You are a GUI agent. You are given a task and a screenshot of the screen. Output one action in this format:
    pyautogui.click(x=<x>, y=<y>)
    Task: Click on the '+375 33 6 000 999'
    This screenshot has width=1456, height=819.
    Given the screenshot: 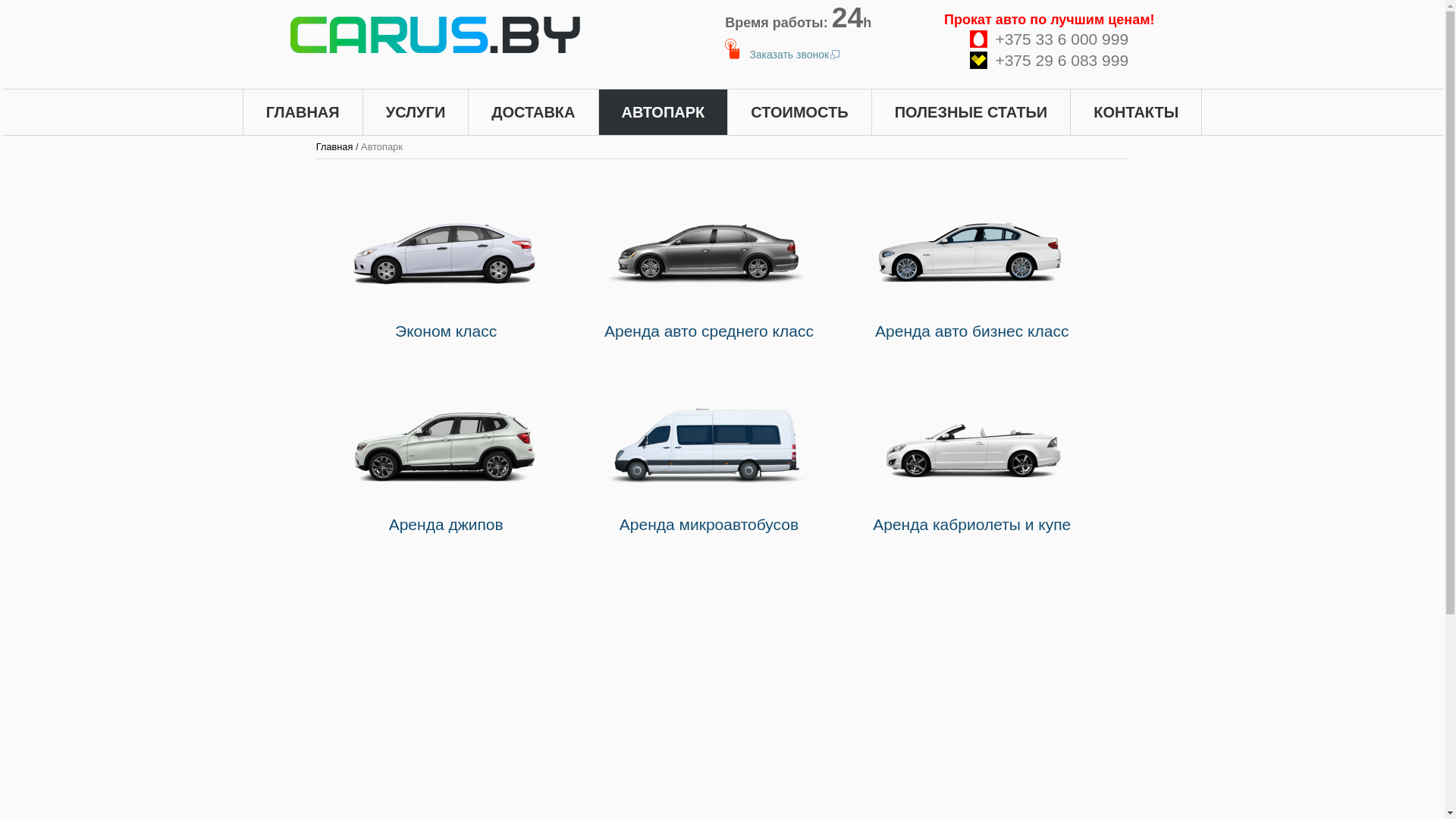 What is the action you would take?
    pyautogui.click(x=1048, y=38)
    